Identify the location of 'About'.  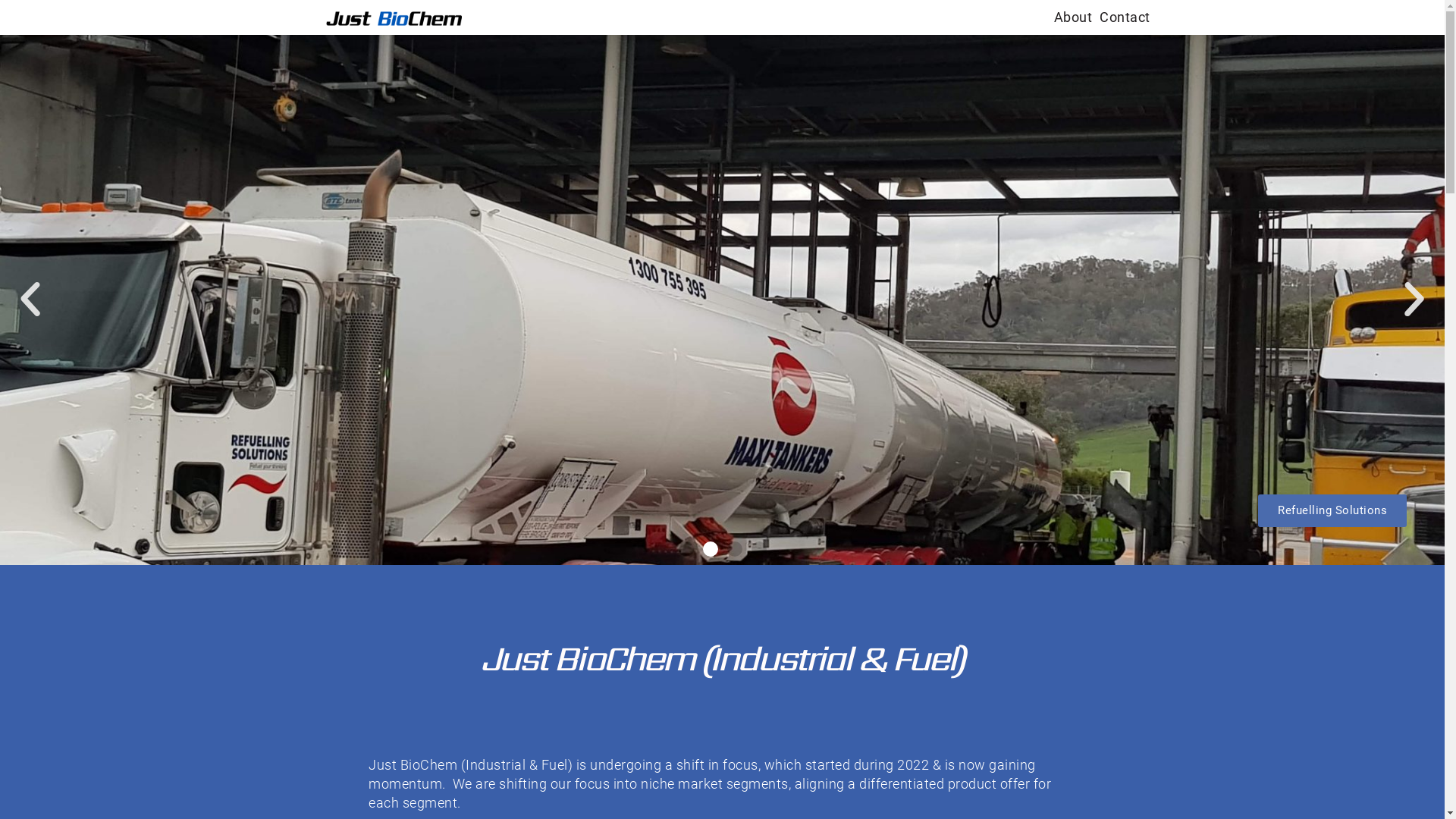
(1072, 17).